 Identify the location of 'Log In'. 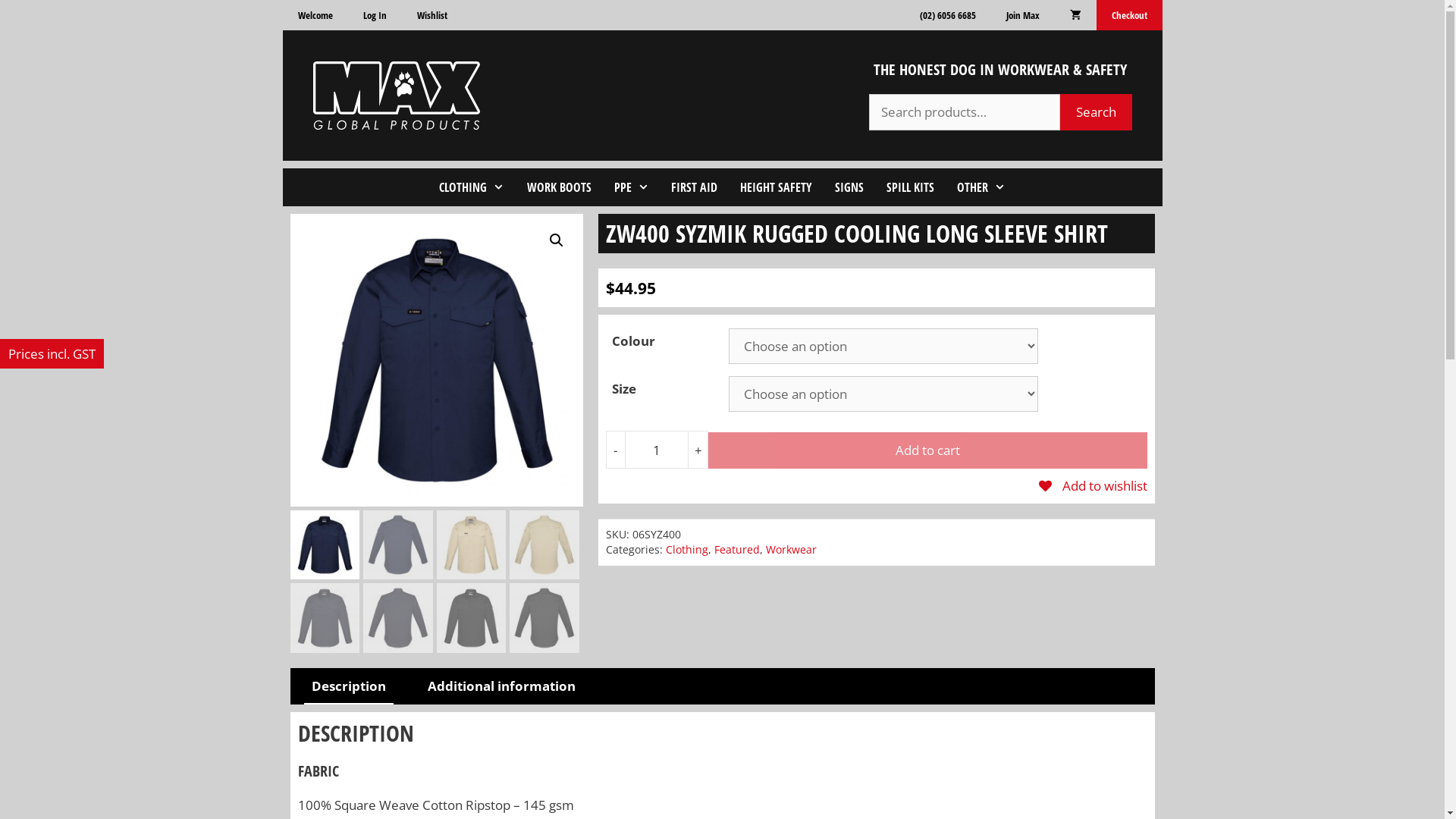
(374, 14).